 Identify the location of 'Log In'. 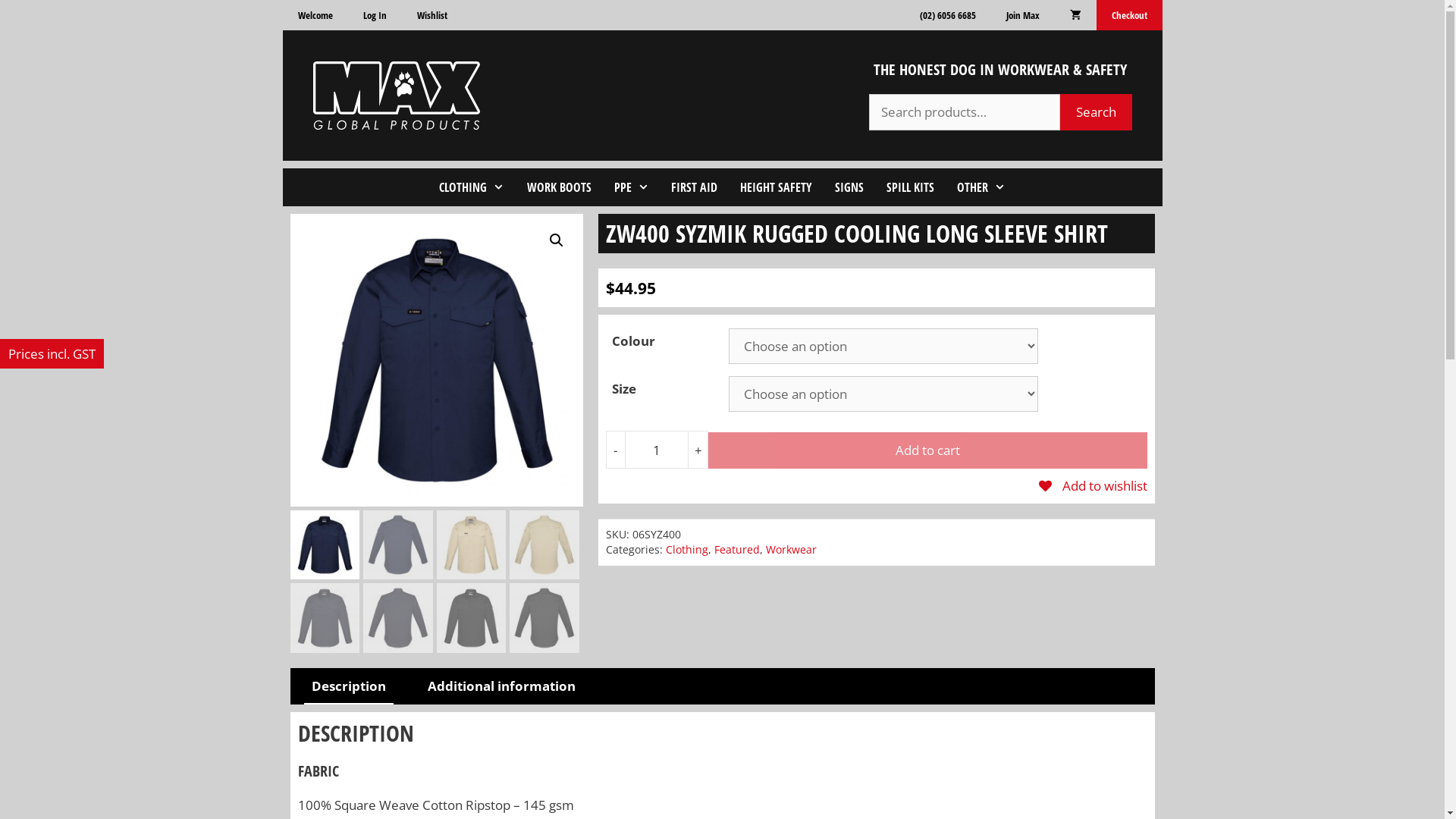
(374, 14).